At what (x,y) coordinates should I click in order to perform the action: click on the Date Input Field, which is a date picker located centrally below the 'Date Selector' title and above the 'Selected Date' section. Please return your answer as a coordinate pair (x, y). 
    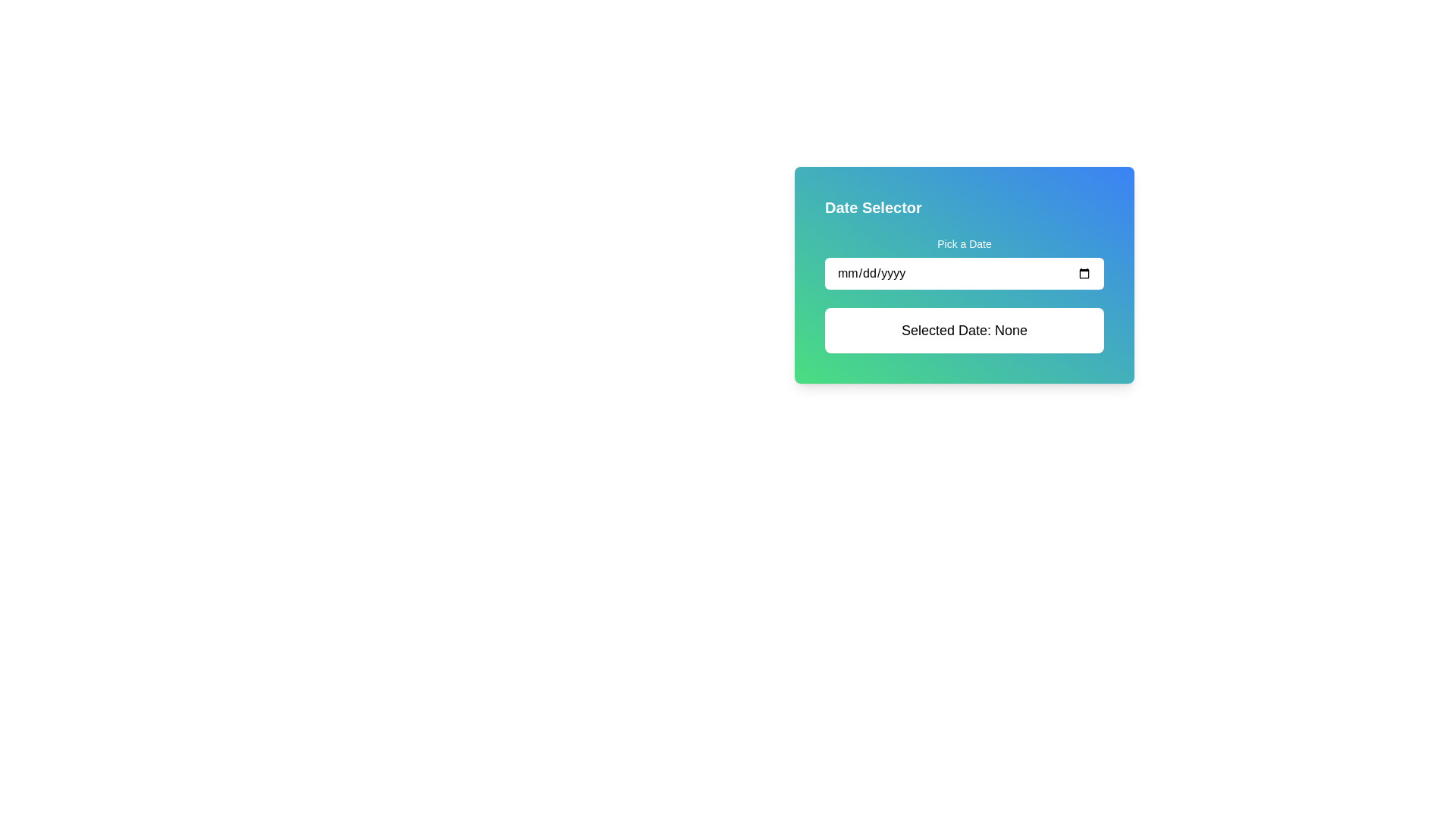
    Looking at the image, I should click on (964, 262).